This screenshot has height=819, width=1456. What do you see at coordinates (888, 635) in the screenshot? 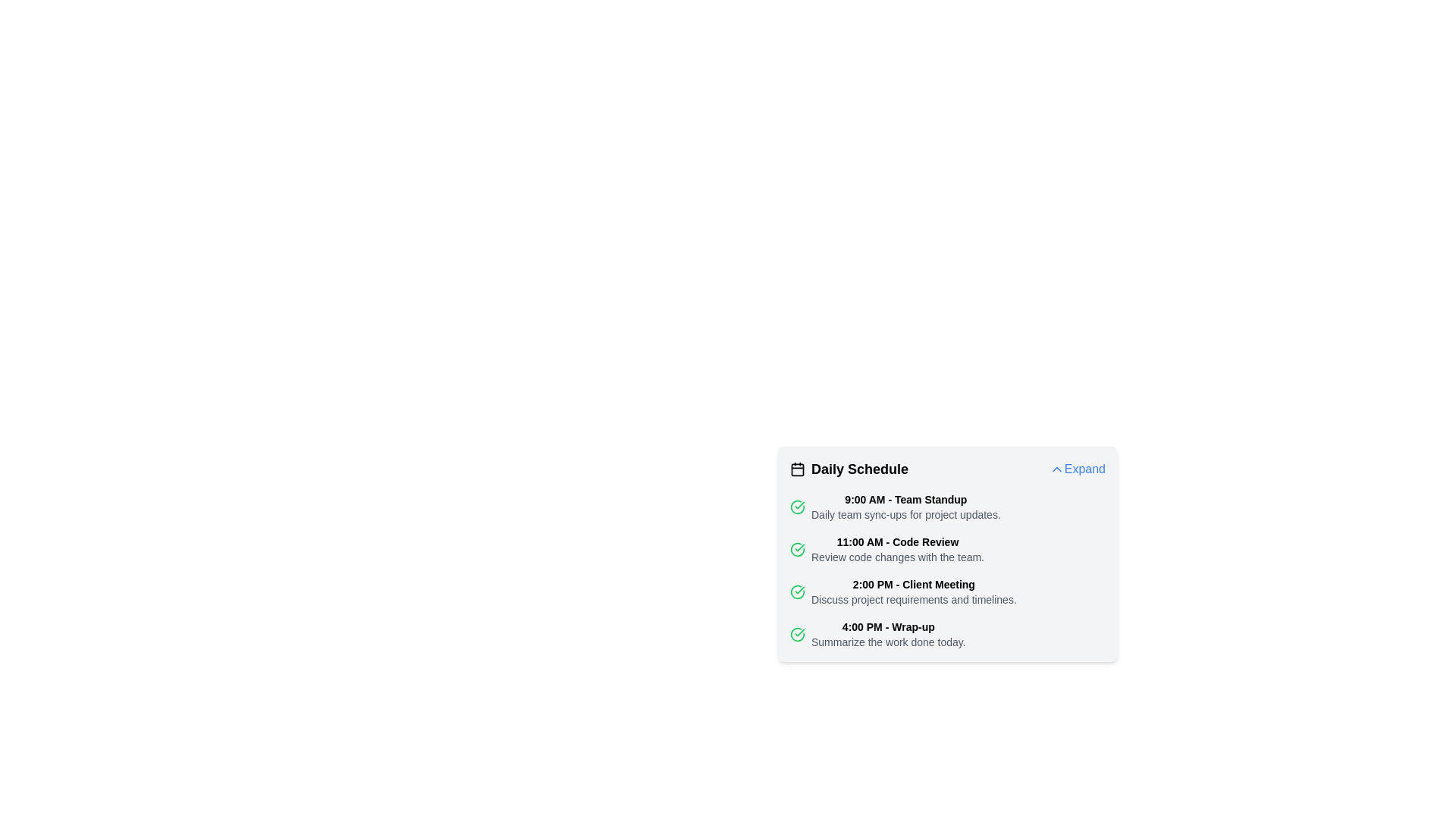
I see `textual content of the two-line text block that reads '4:00 PM - Wrap-up' and 'Summarize the work done today.' located at the bottom of the 'Daily Schedule' card` at bounding box center [888, 635].